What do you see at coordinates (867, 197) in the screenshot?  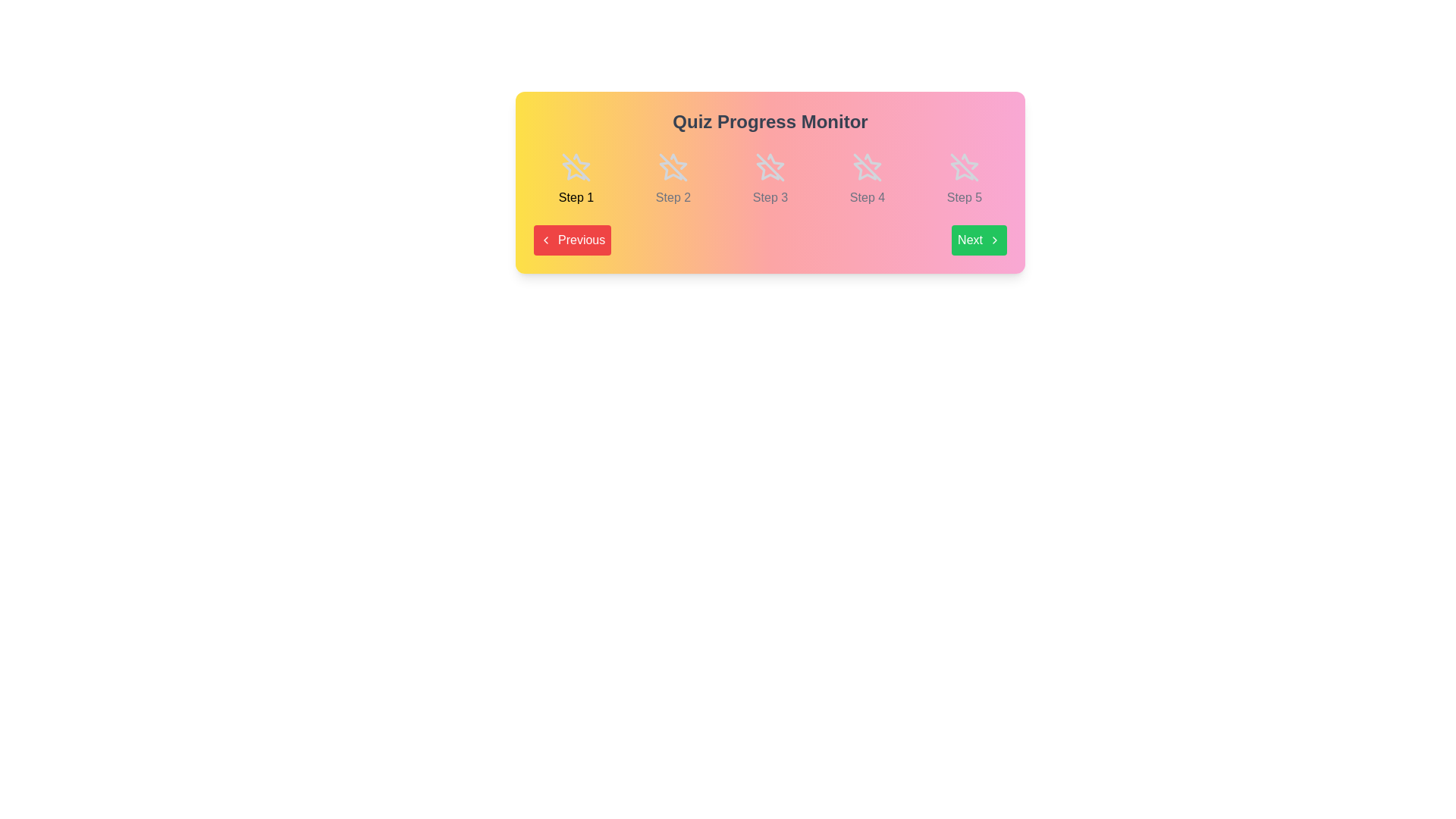 I see `the text label element displaying 'Step 4', which is styled in muted gray and is the fourth step in a horizontal sequence of steps` at bounding box center [867, 197].